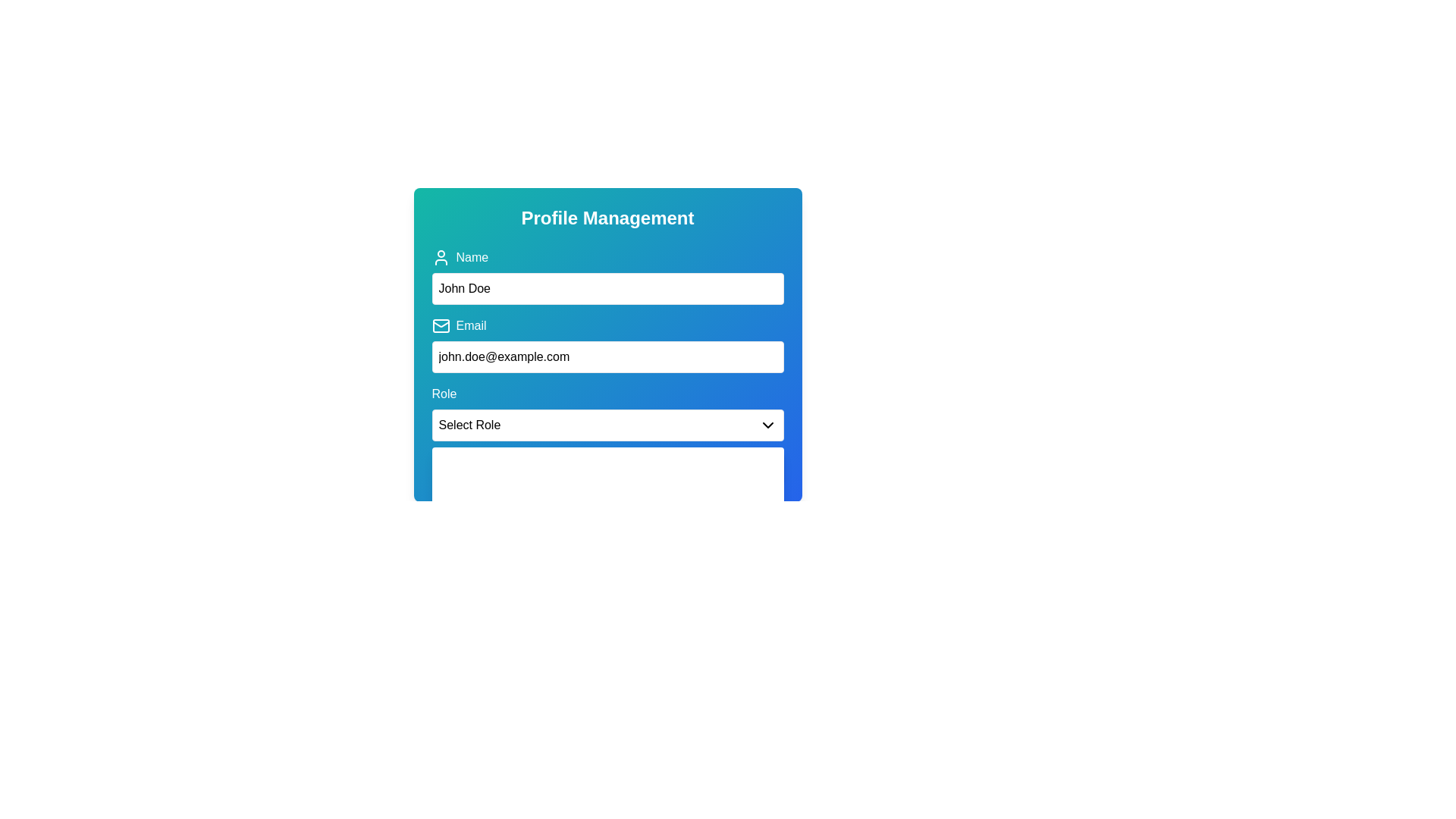  Describe the element at coordinates (443, 394) in the screenshot. I see `the text label displaying 'Role' which is styled with a medium font weight and has a blue background, located slightly below the center of the form section and above the 'Select Role' dropdown menu` at that location.